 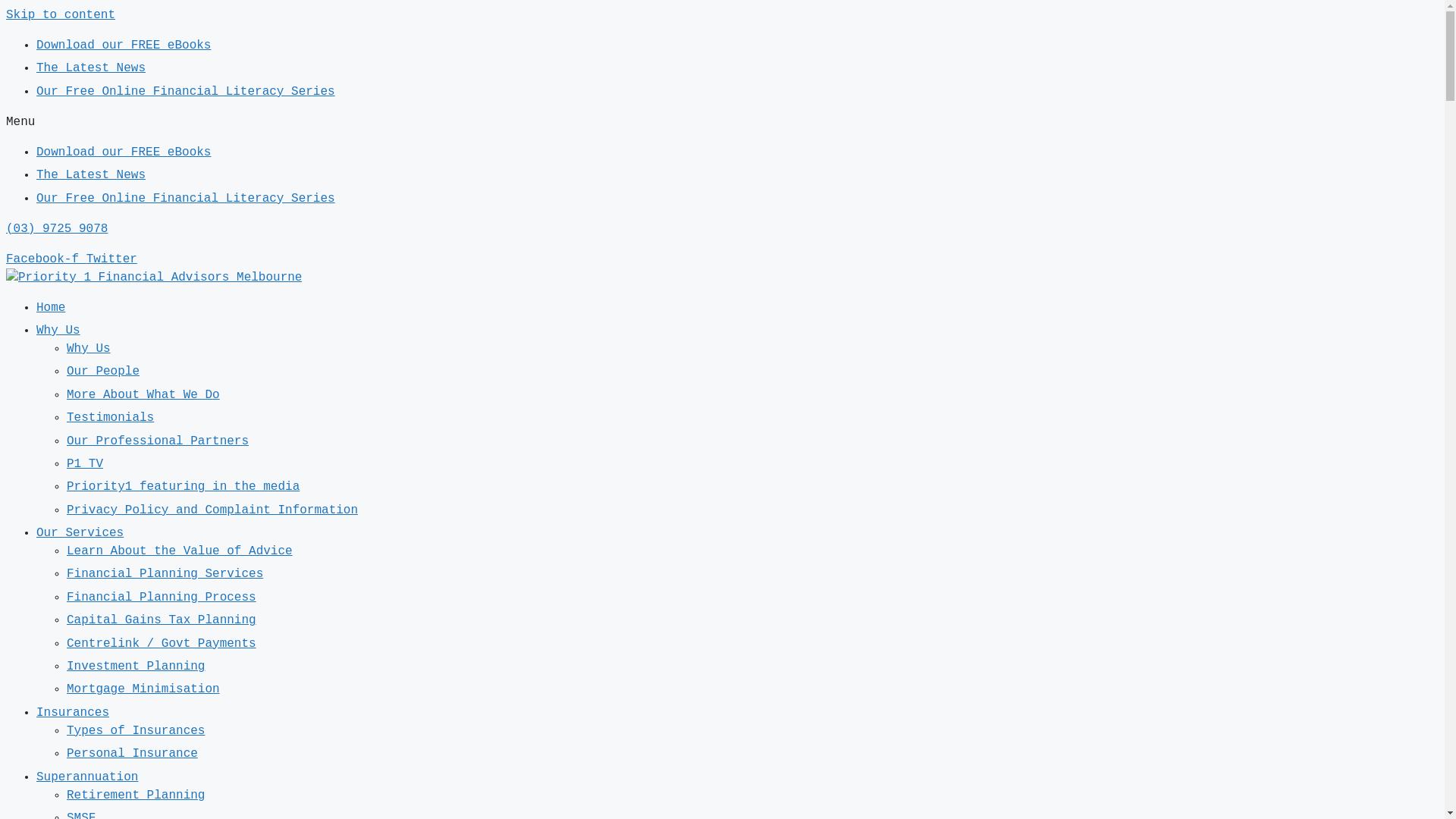 What do you see at coordinates (161, 596) in the screenshot?
I see `'Financial Planning Process'` at bounding box center [161, 596].